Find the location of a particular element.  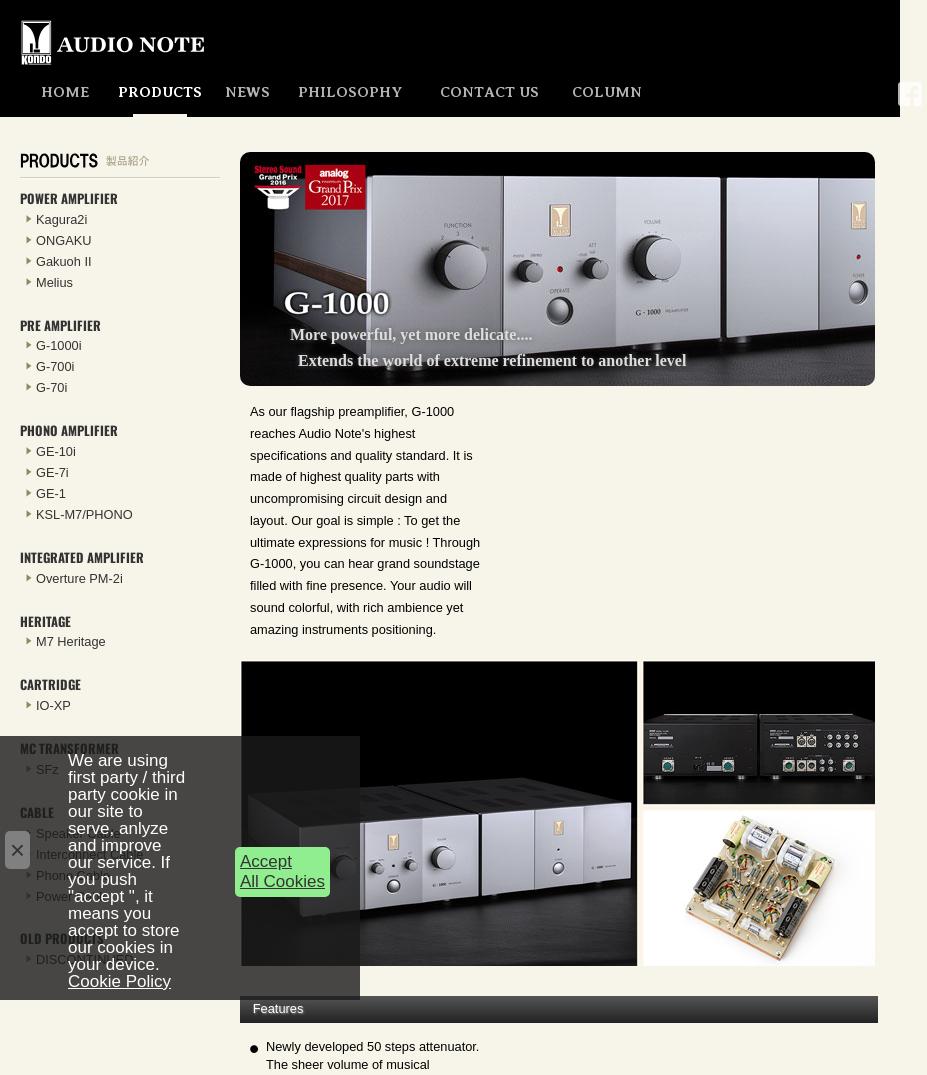

'GE-7i' is located at coordinates (51, 471).